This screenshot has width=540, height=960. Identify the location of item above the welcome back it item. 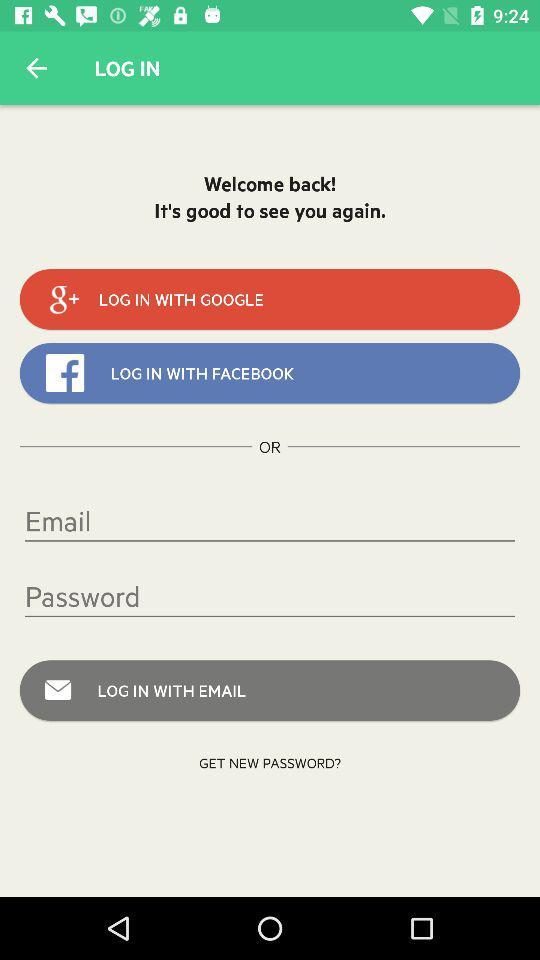
(36, 68).